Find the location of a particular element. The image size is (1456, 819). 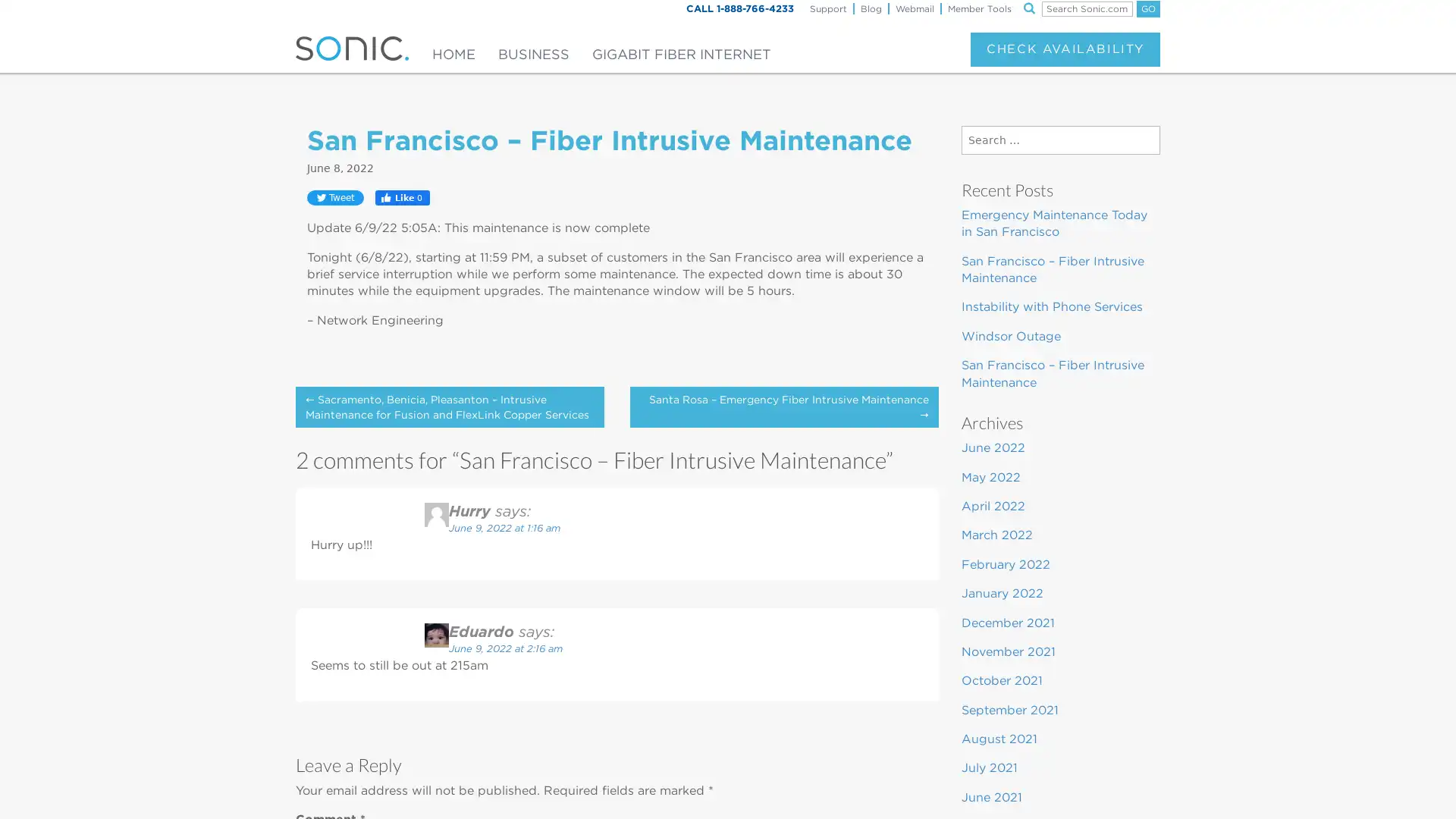

GO is located at coordinates (1148, 8).